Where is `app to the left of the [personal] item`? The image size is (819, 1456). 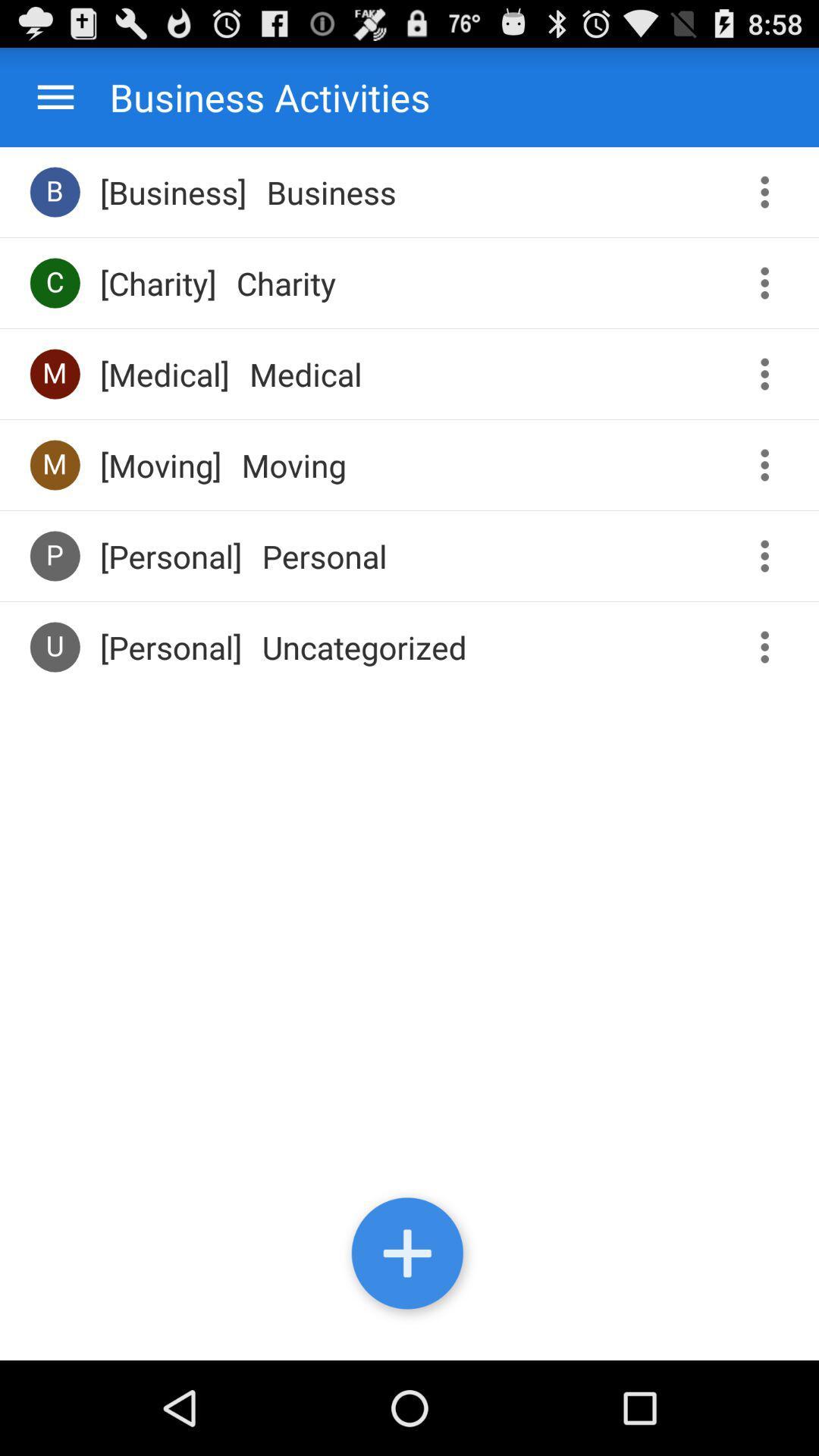 app to the left of the [personal] item is located at coordinates (54, 647).